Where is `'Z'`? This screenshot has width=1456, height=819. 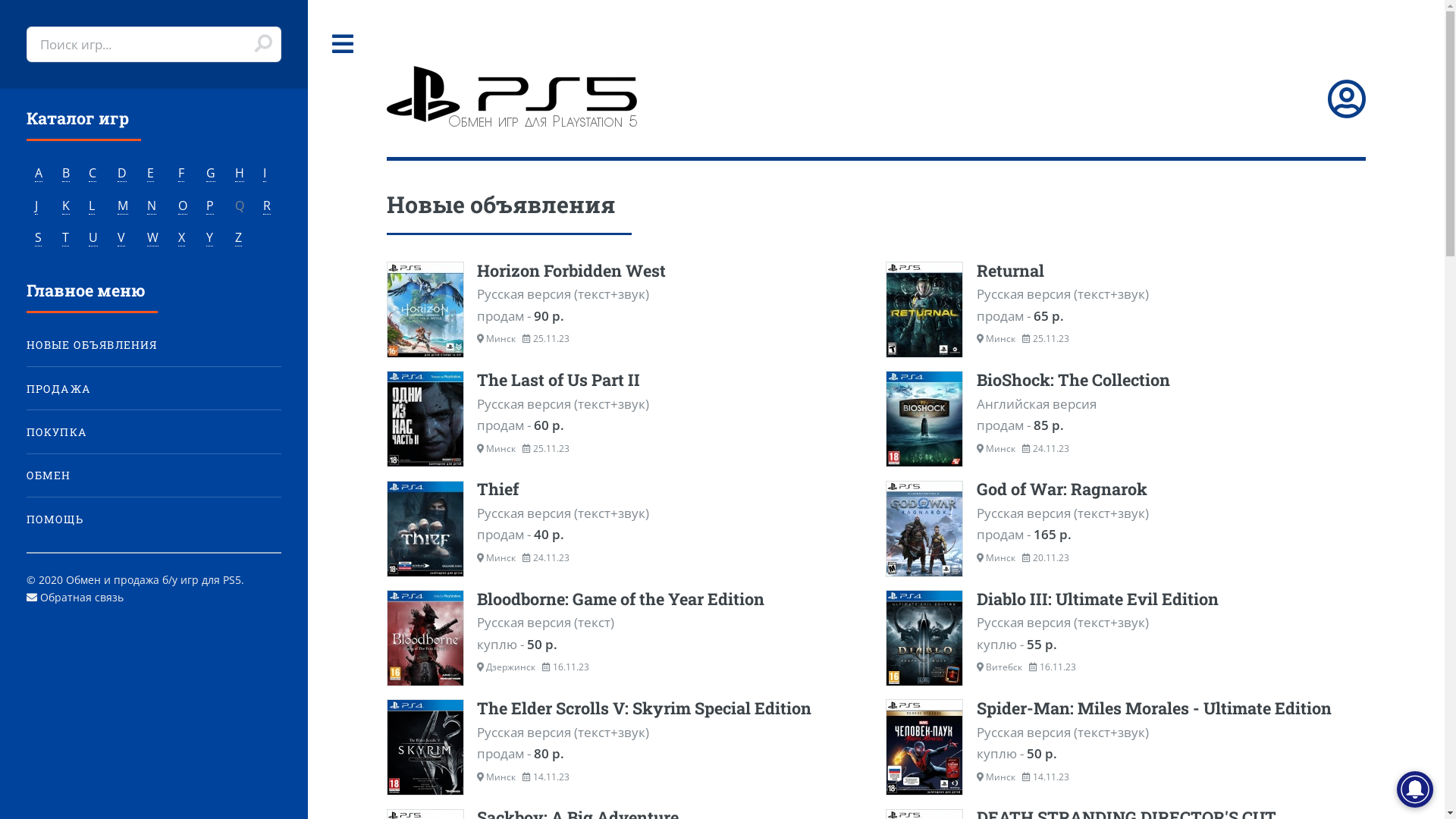
'Z' is located at coordinates (237, 237).